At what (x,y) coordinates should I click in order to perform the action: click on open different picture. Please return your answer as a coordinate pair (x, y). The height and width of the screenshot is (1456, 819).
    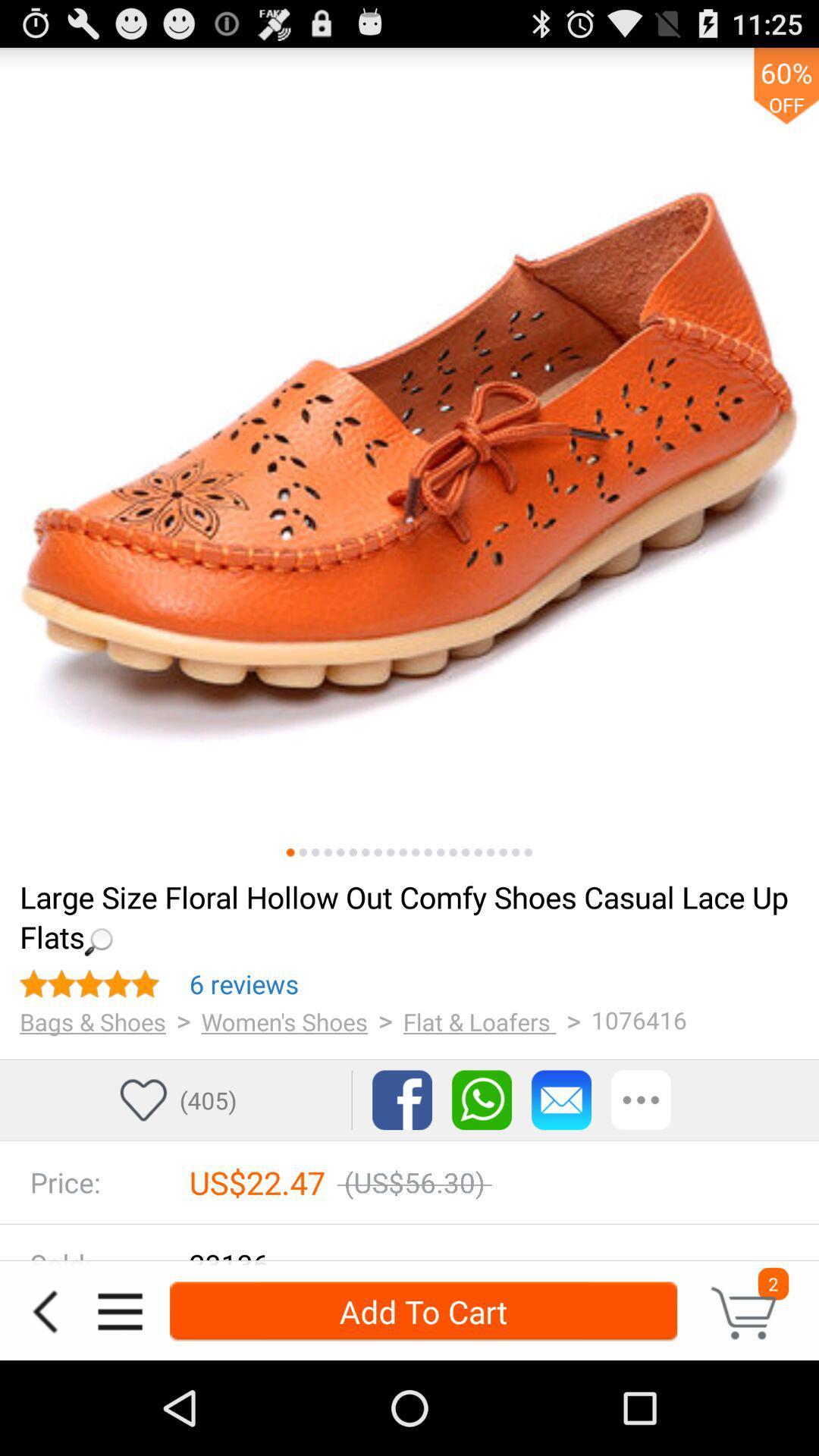
    Looking at the image, I should click on (402, 852).